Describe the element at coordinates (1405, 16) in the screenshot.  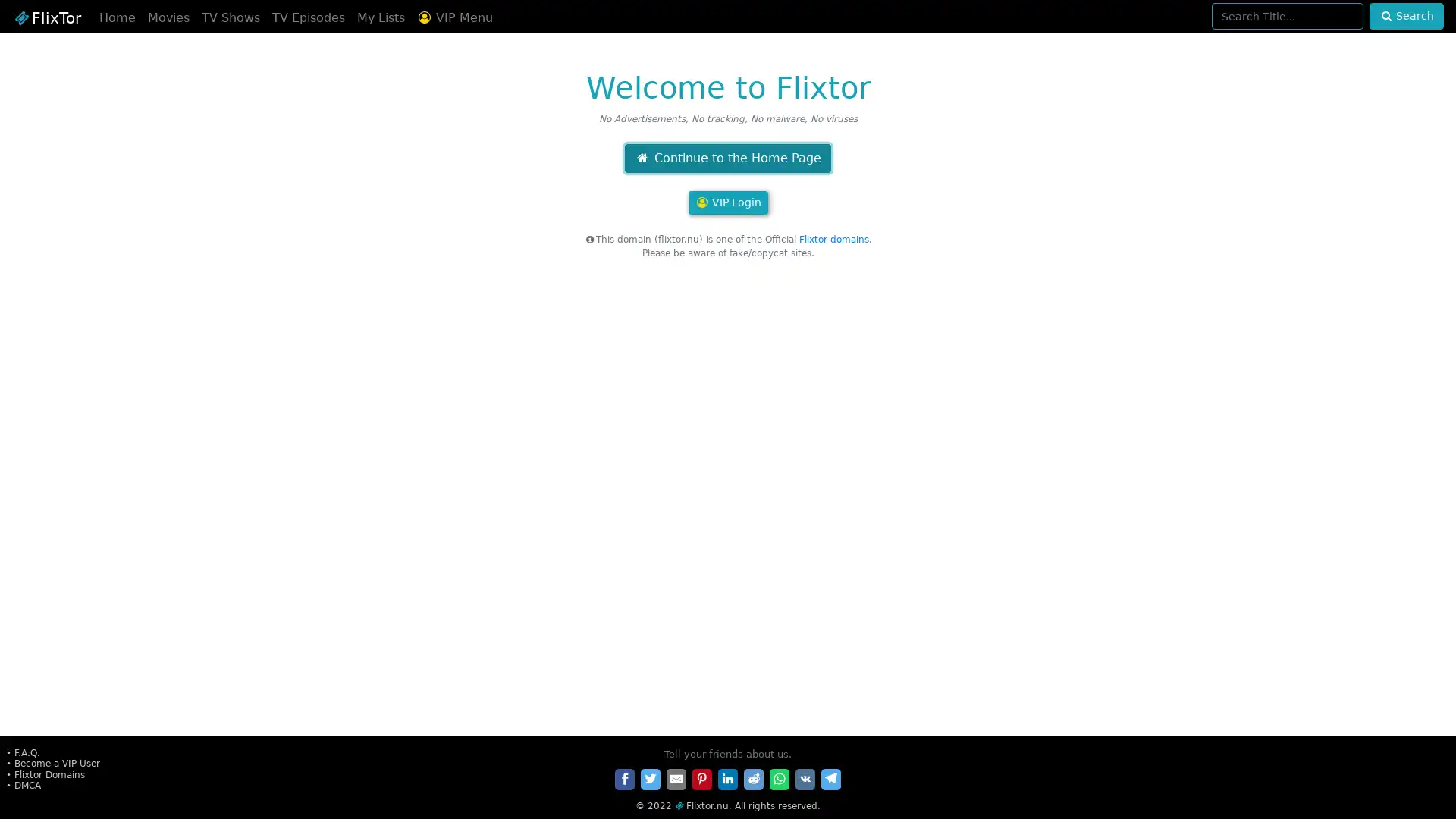
I see `Search` at that location.